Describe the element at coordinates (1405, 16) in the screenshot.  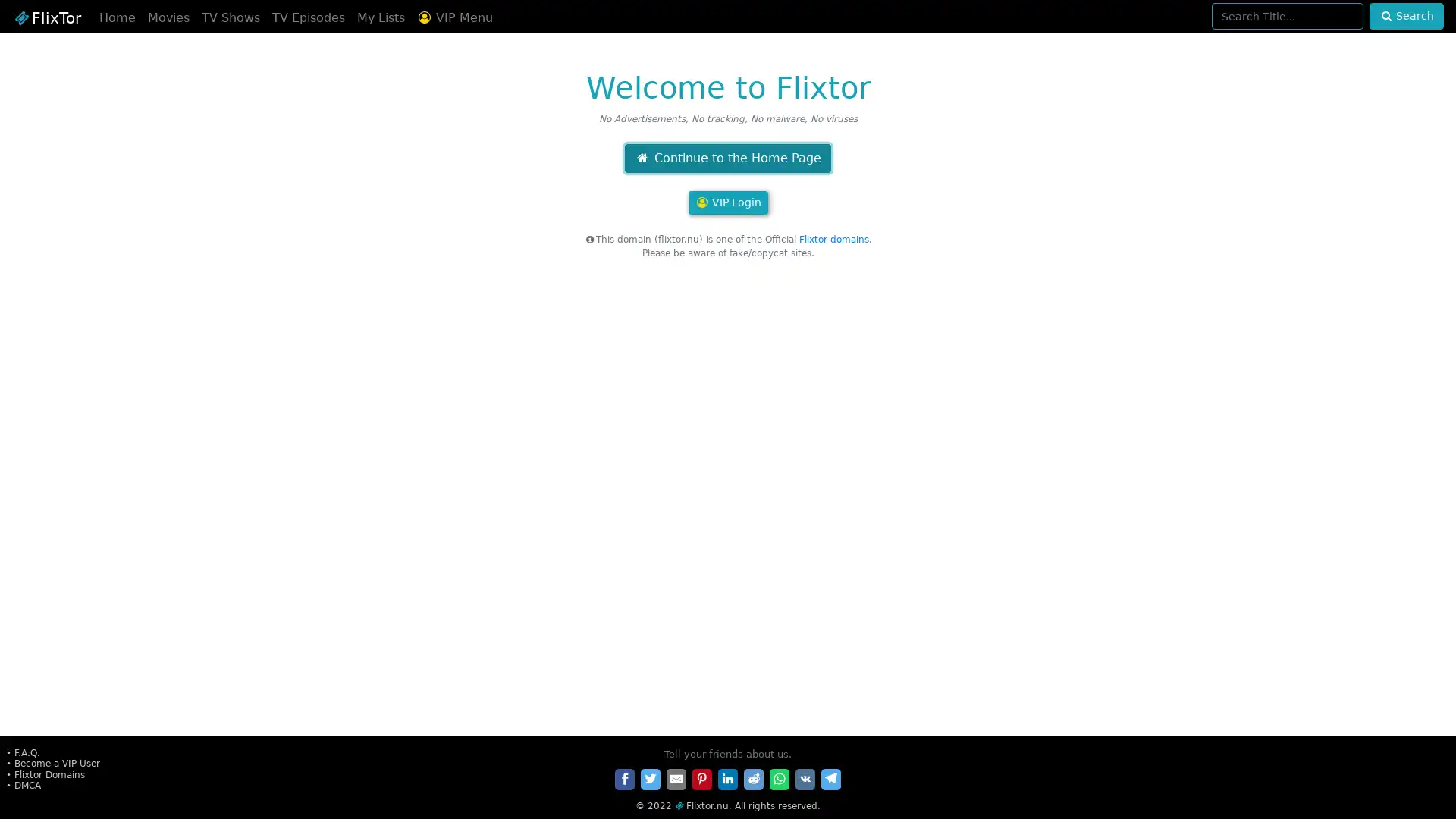
I see `Search` at that location.